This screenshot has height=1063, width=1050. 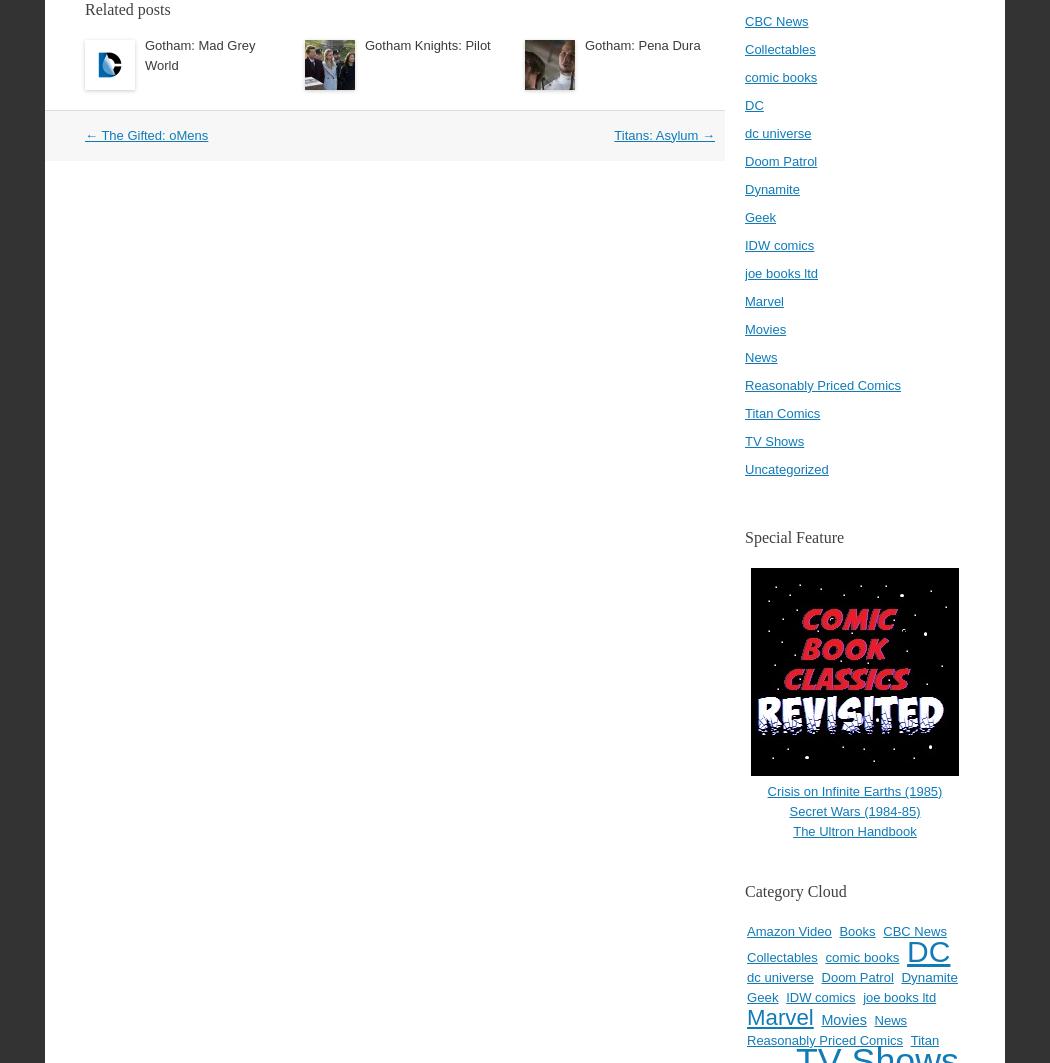 What do you see at coordinates (838, 929) in the screenshot?
I see `'Books'` at bounding box center [838, 929].